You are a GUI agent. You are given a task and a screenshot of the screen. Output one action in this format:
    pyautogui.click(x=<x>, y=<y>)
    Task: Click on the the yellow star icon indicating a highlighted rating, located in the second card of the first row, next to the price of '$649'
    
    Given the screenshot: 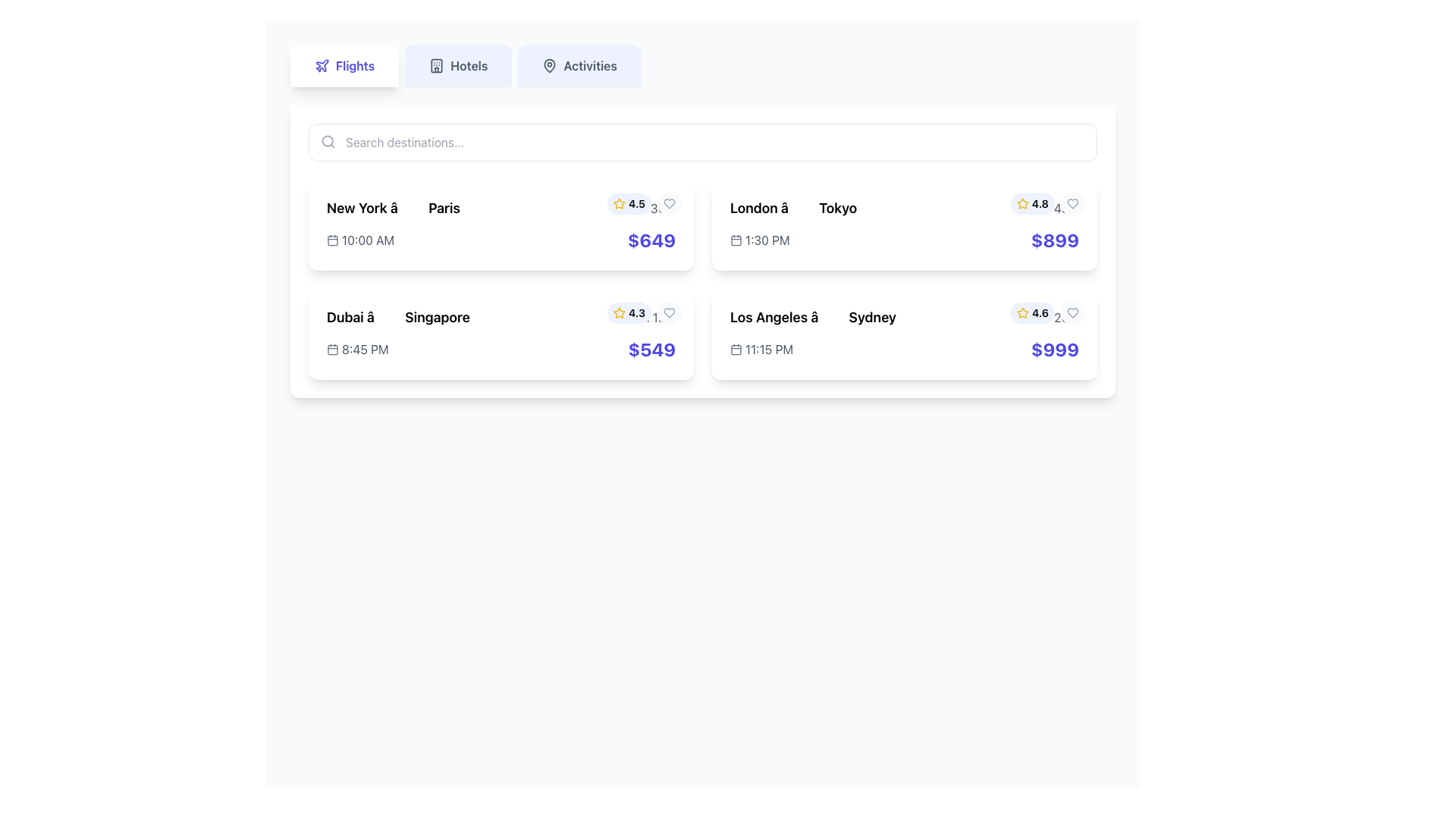 What is the action you would take?
    pyautogui.click(x=619, y=312)
    